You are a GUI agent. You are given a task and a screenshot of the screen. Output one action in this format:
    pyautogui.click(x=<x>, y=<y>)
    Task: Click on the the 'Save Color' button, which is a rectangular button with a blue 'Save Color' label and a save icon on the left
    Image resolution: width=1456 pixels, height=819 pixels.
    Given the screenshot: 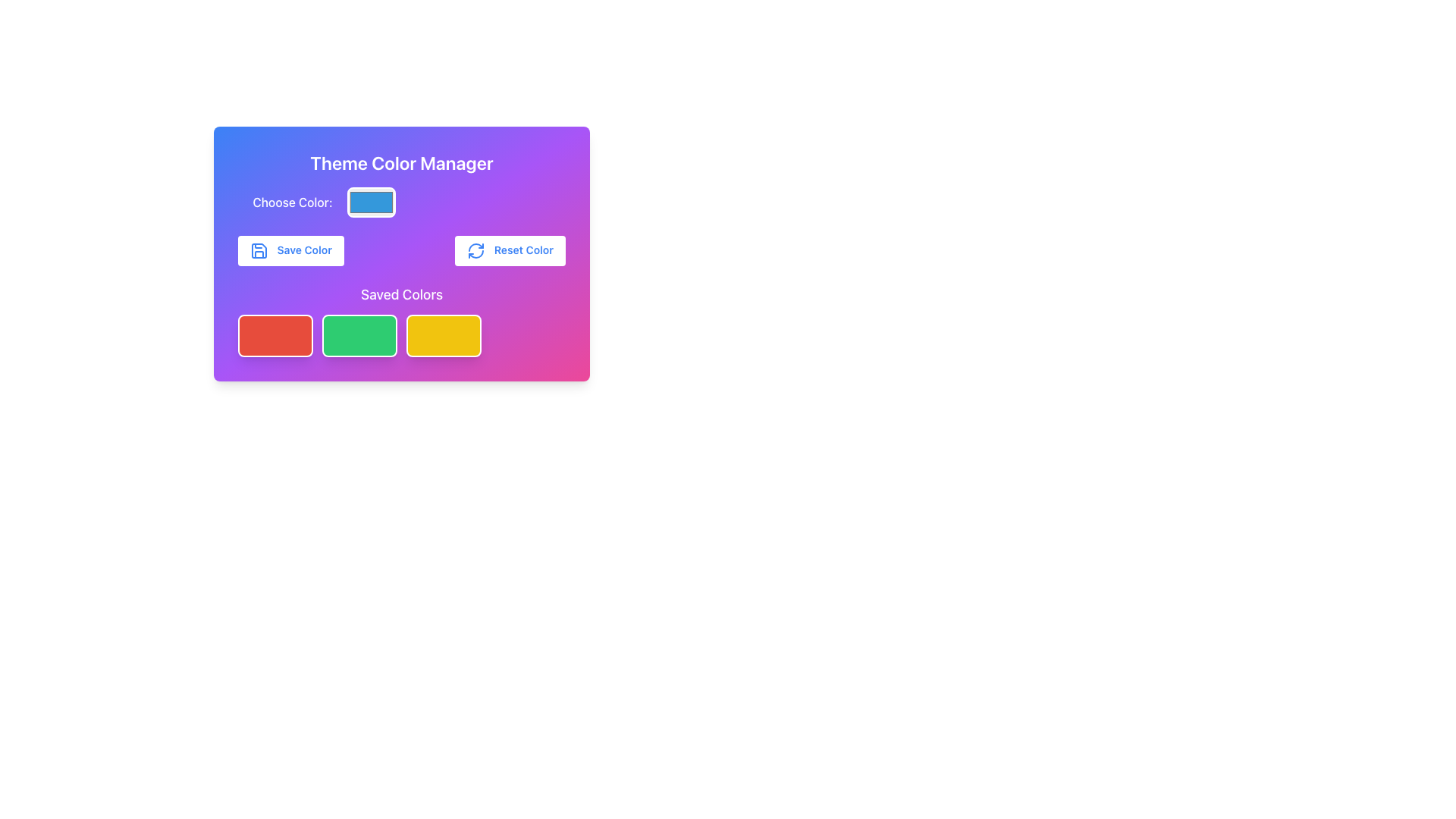 What is the action you would take?
    pyautogui.click(x=291, y=250)
    